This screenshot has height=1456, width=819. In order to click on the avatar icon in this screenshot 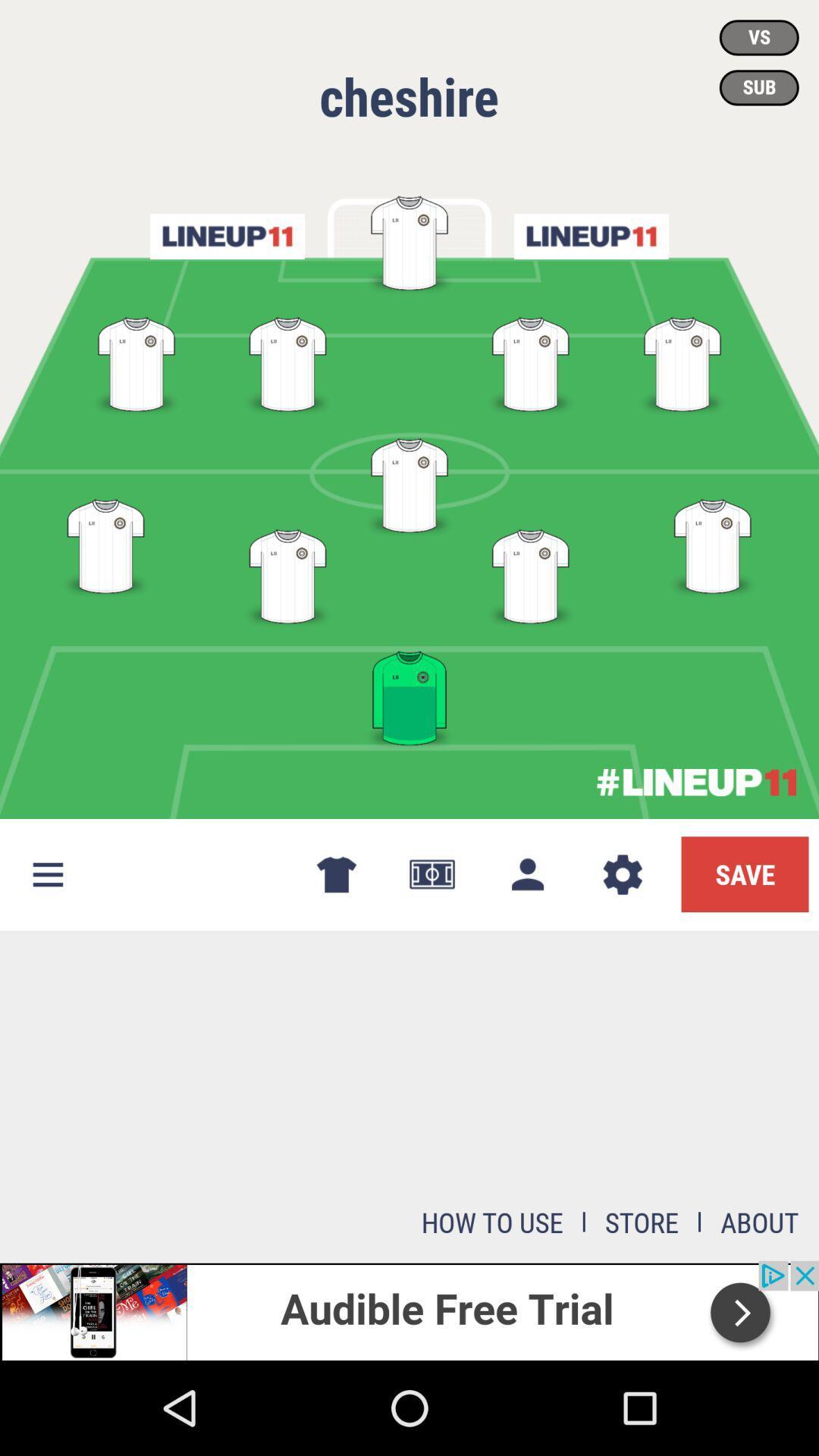, I will do `click(526, 874)`.